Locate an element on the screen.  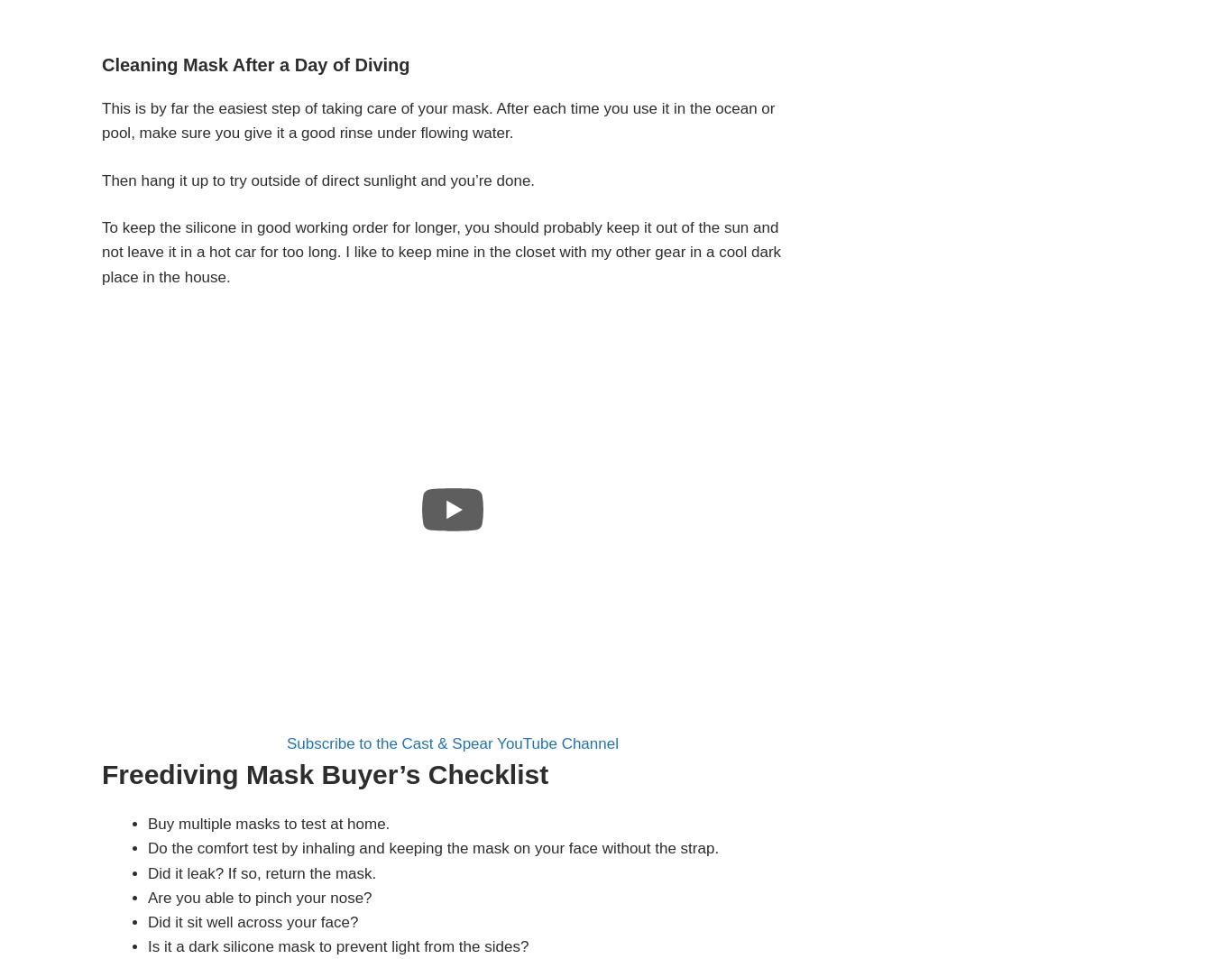
'Are you able to pinch your nose?' is located at coordinates (259, 896).